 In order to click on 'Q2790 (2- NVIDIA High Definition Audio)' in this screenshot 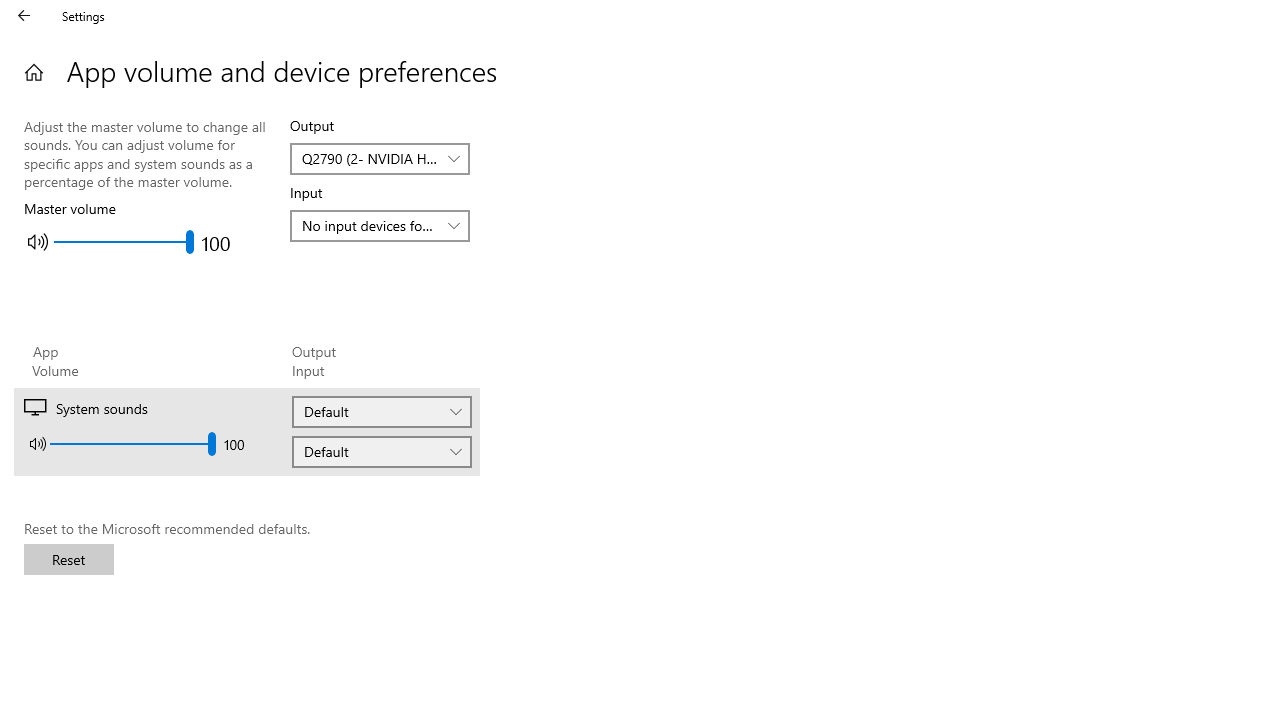, I will do `click(369, 157)`.